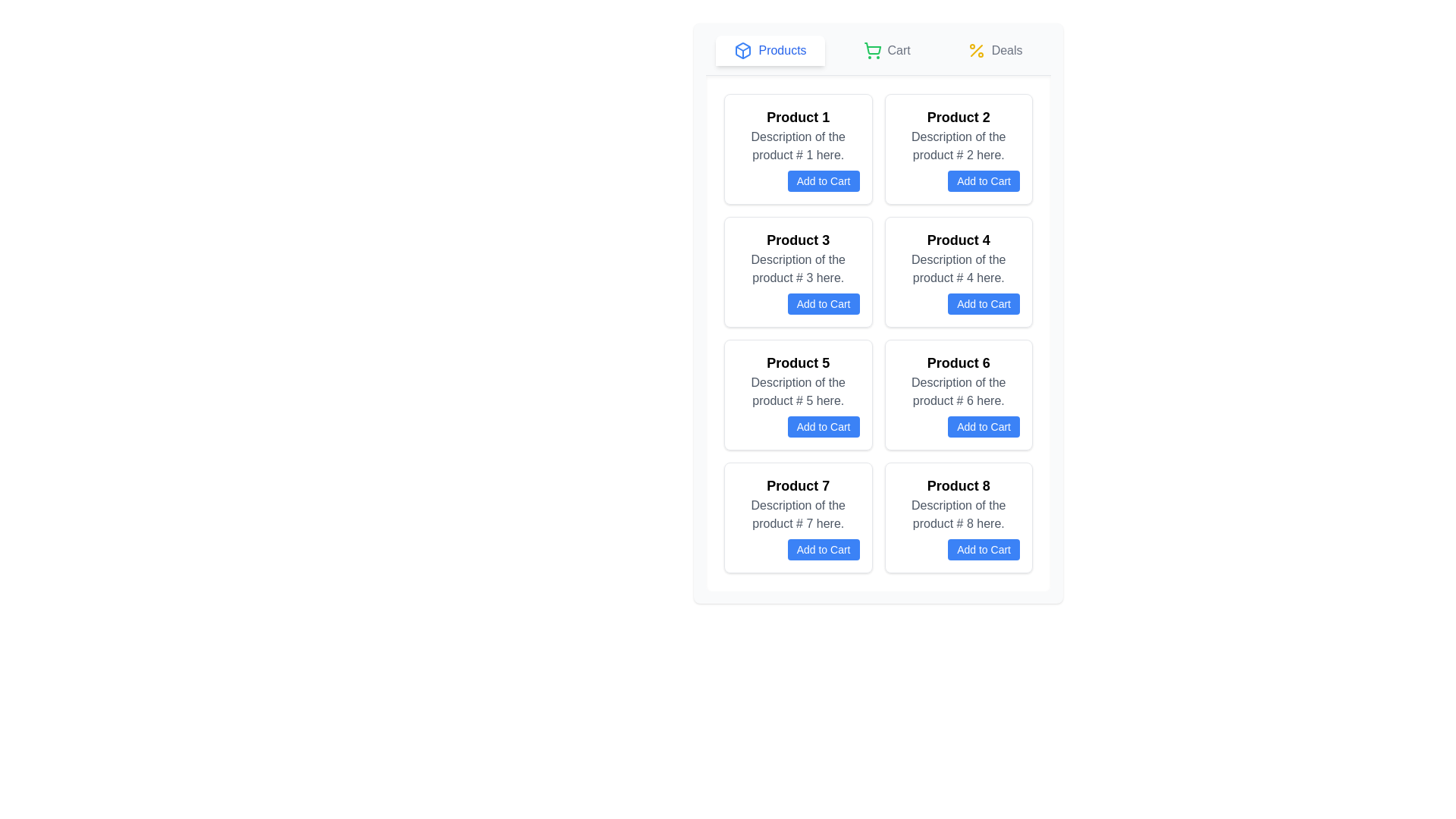 This screenshot has height=819, width=1456. What do you see at coordinates (995, 49) in the screenshot?
I see `the 'Deals' navigation button, which is the third item in the horizontal navigation bar` at bounding box center [995, 49].